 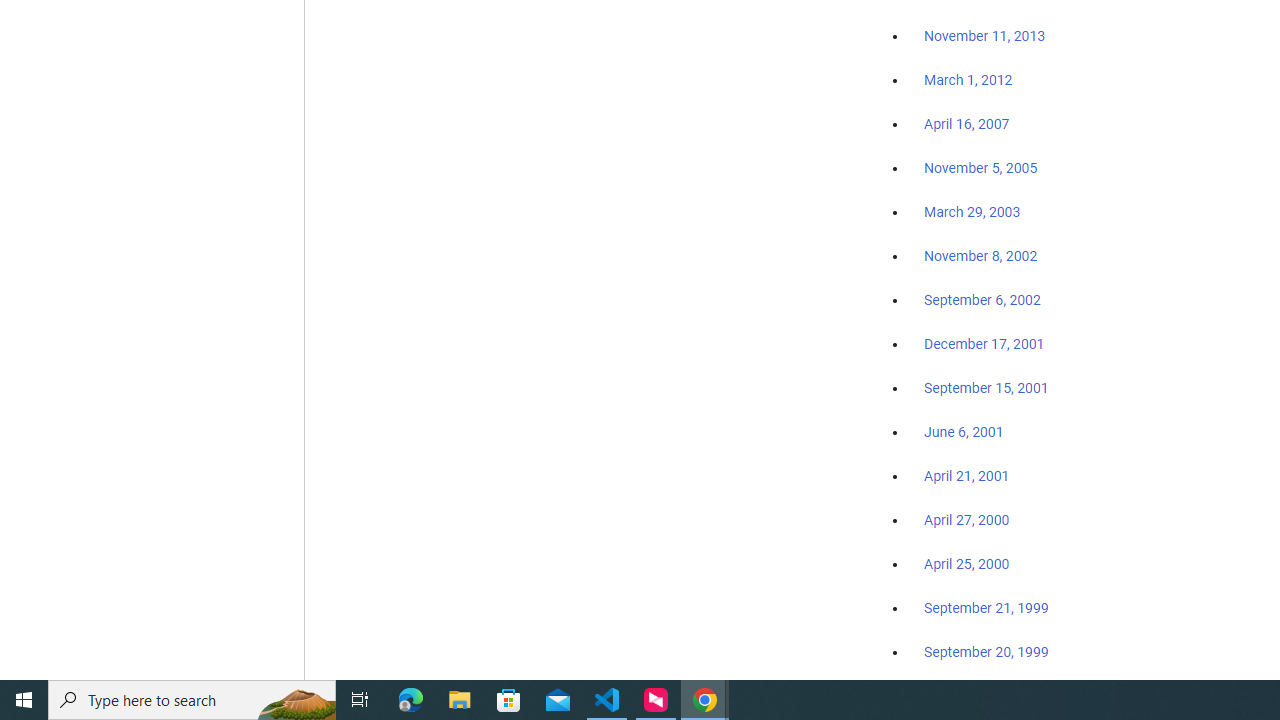 I want to click on 'April 16, 2007', so click(x=967, y=124).